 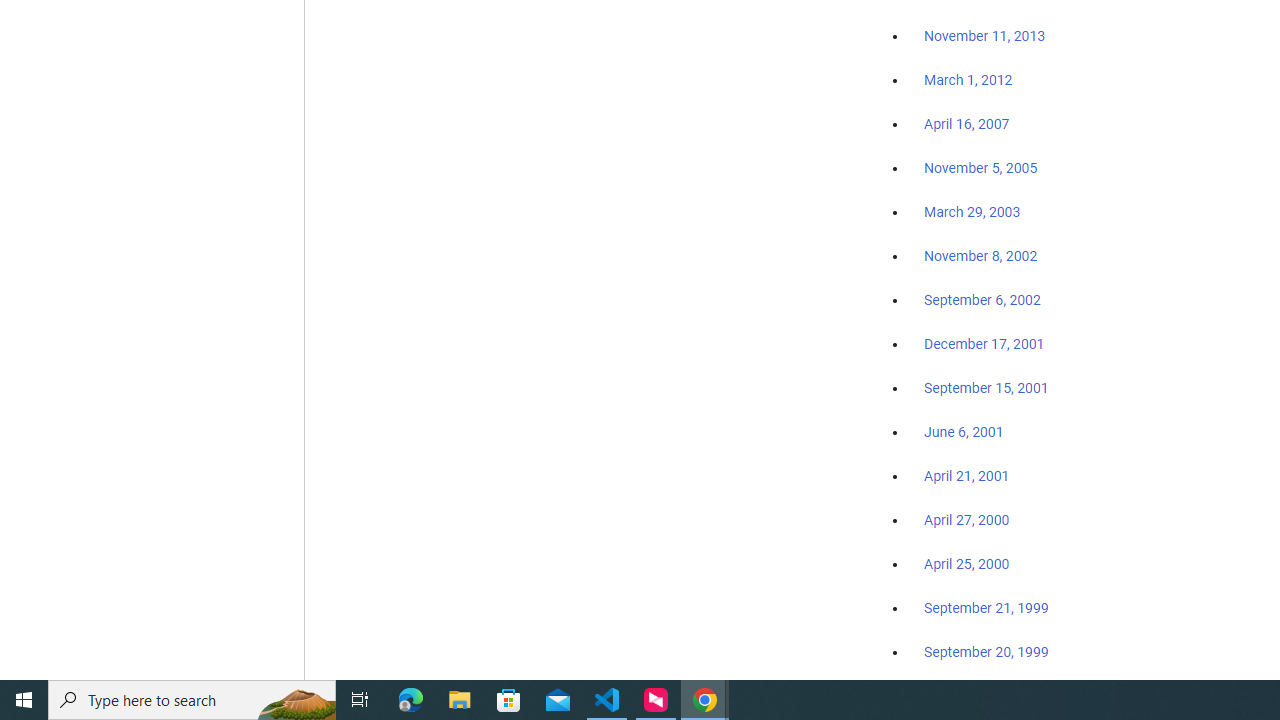 I want to click on 'April 16, 2007', so click(x=967, y=124).